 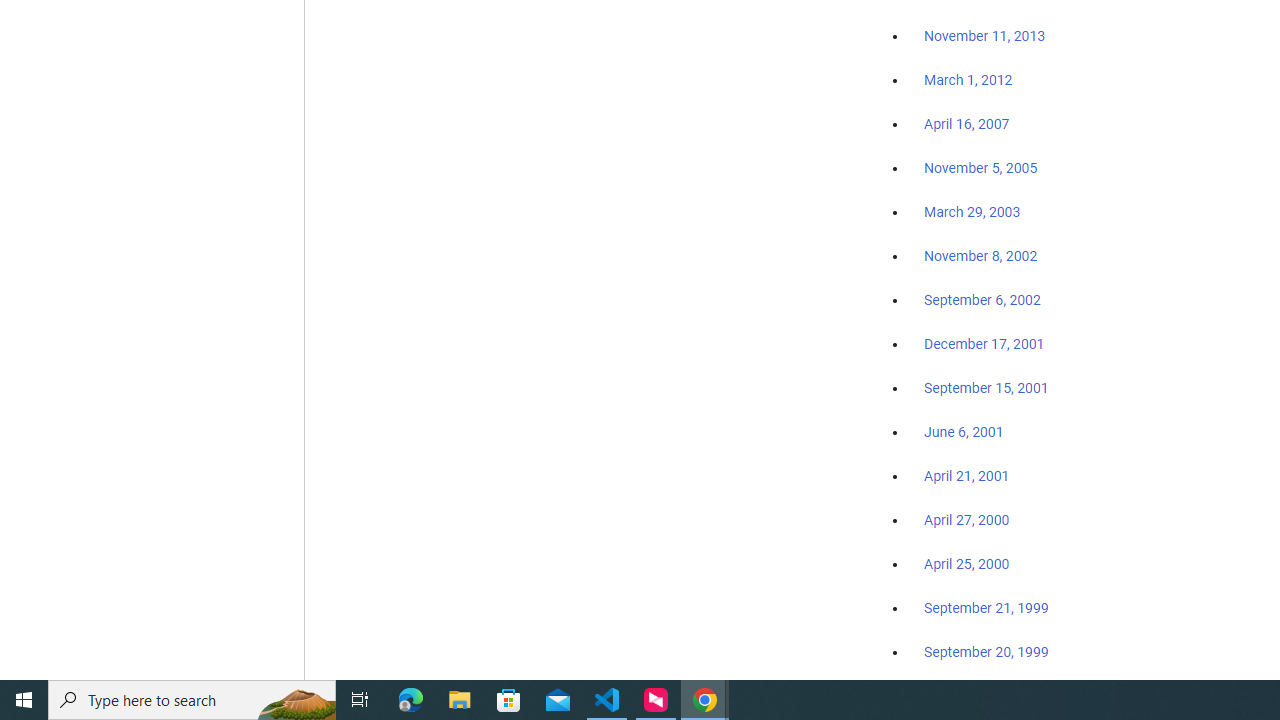 I want to click on 'April 16, 2007', so click(x=967, y=124).